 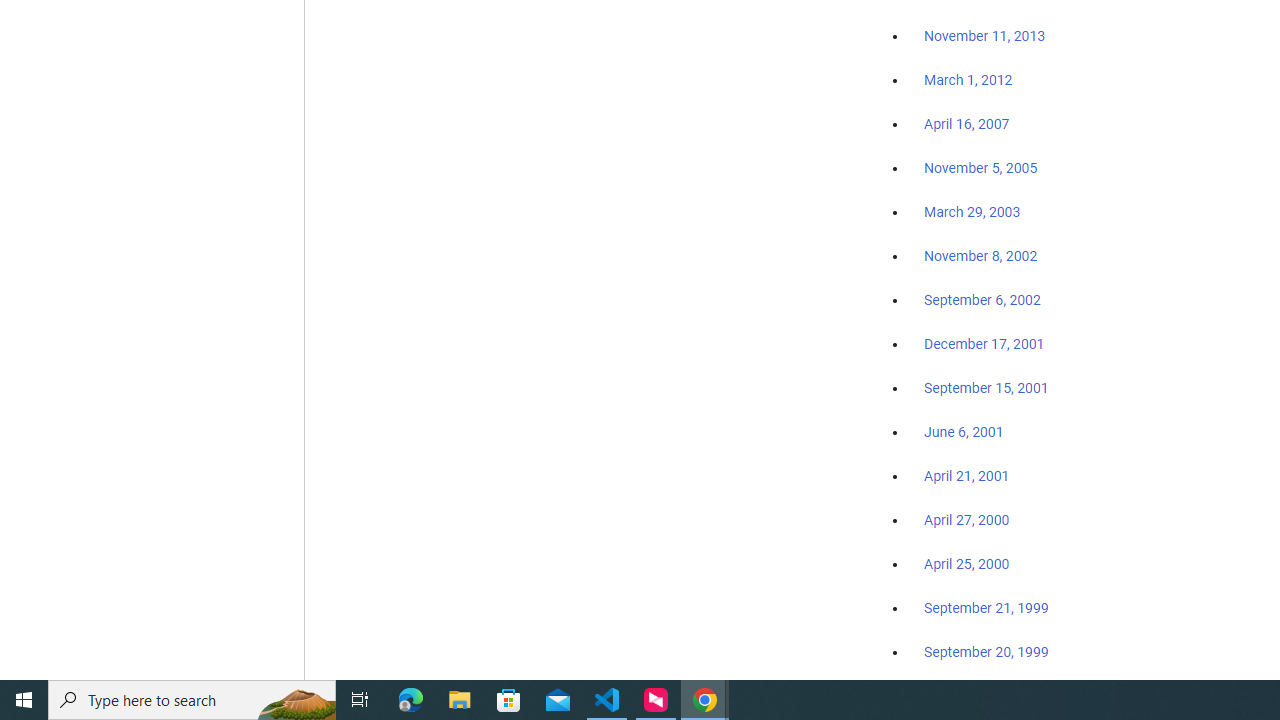 I want to click on 'April 16, 2007', so click(x=967, y=124).